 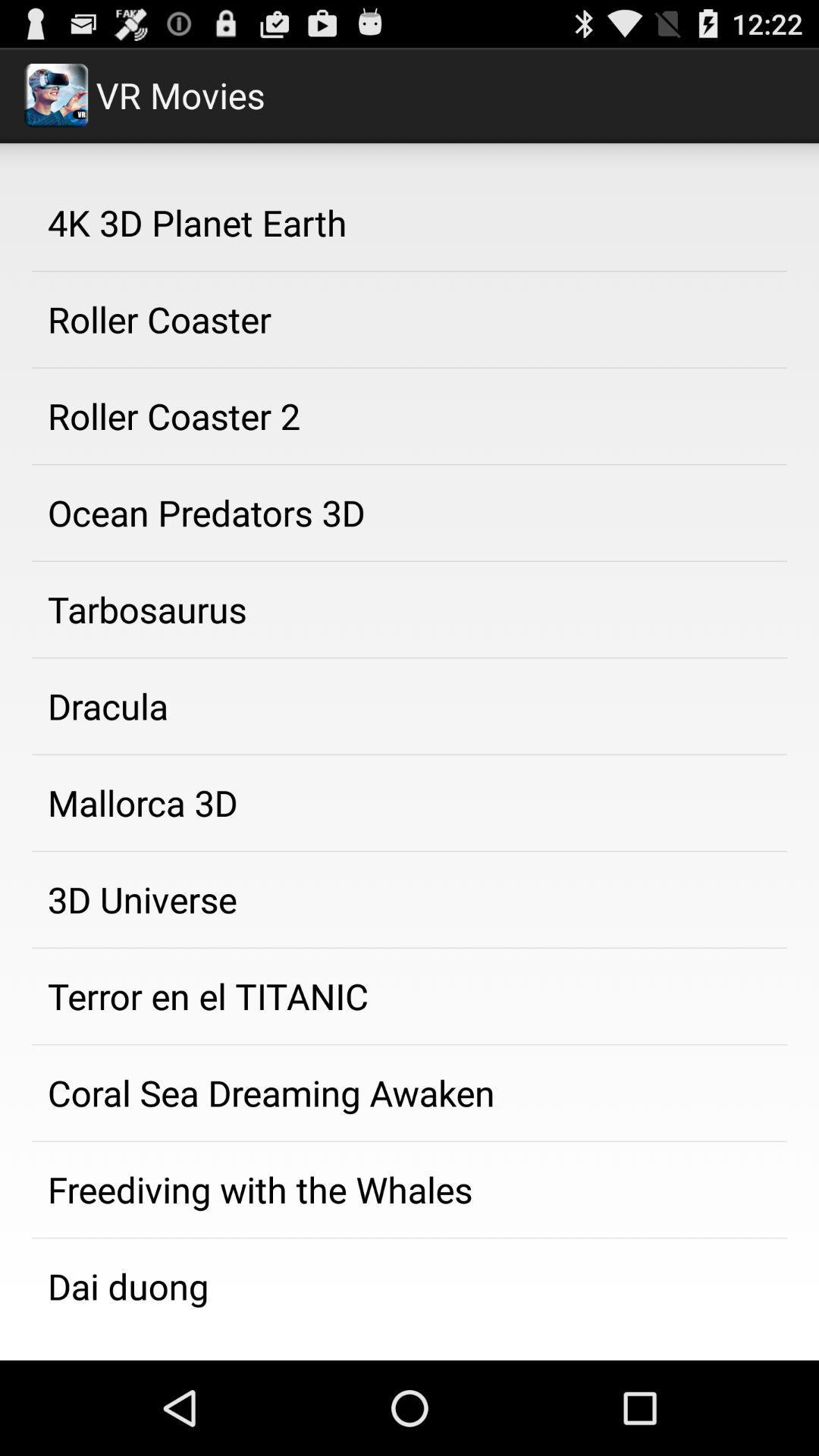 What do you see at coordinates (409, 899) in the screenshot?
I see `the item above the terror en el item` at bounding box center [409, 899].